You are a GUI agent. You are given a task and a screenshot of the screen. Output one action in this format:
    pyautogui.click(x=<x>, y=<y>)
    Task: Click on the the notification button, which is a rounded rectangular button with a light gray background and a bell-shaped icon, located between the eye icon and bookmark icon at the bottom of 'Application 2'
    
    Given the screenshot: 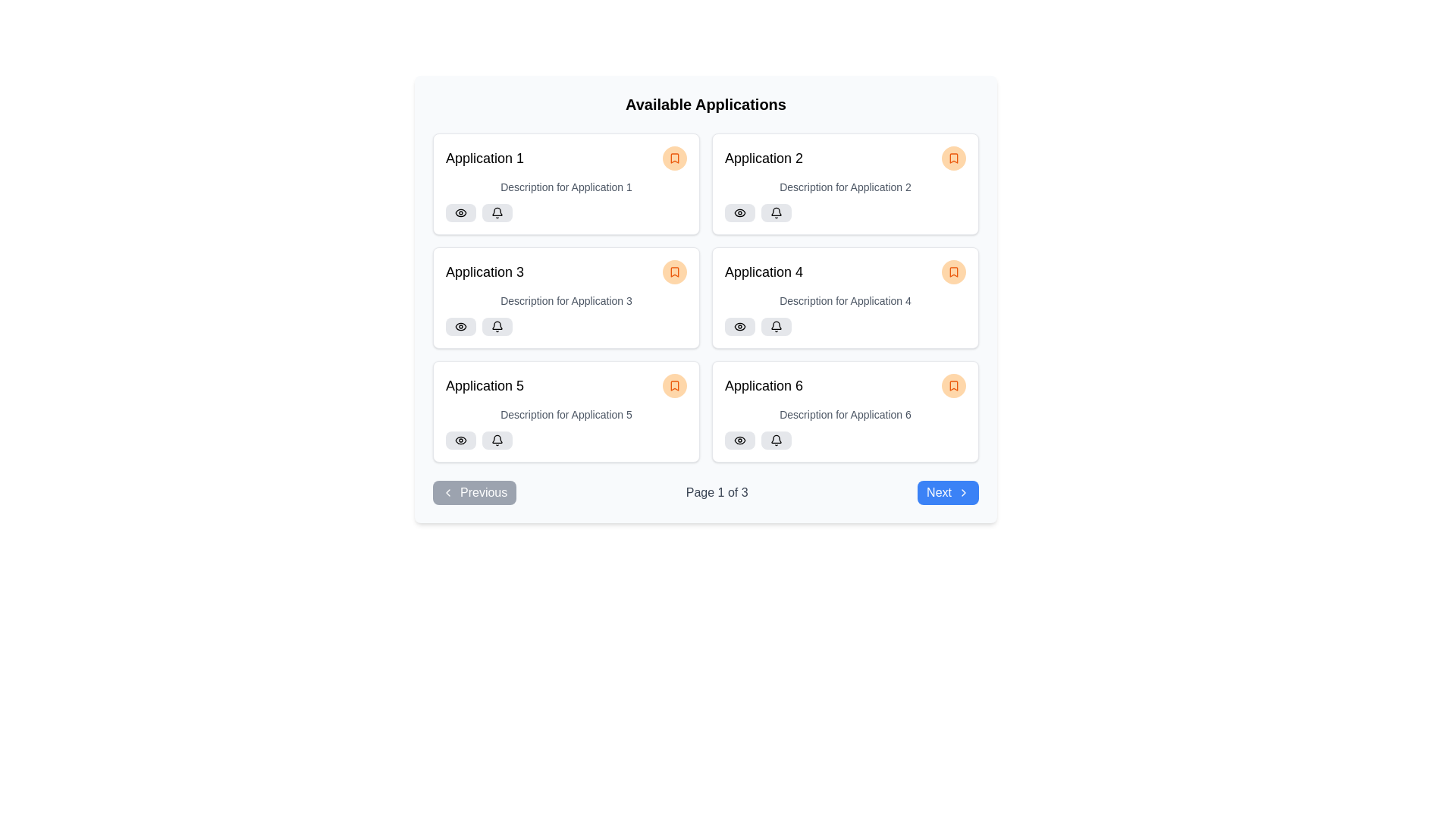 What is the action you would take?
    pyautogui.click(x=776, y=213)
    